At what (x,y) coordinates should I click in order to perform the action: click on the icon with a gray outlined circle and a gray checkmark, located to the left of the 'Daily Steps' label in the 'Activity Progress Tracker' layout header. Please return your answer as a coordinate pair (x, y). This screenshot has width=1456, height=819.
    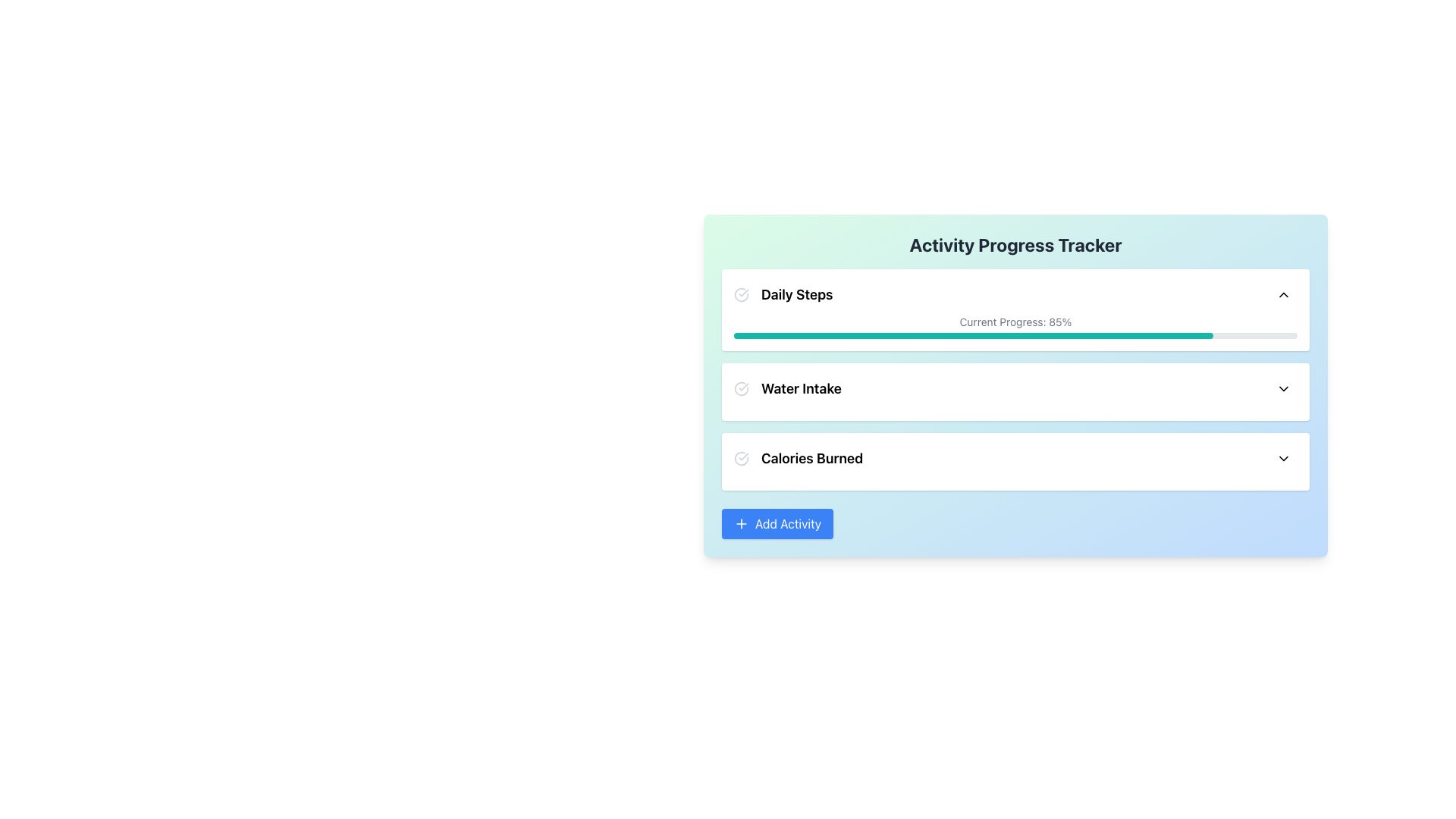
    Looking at the image, I should click on (742, 295).